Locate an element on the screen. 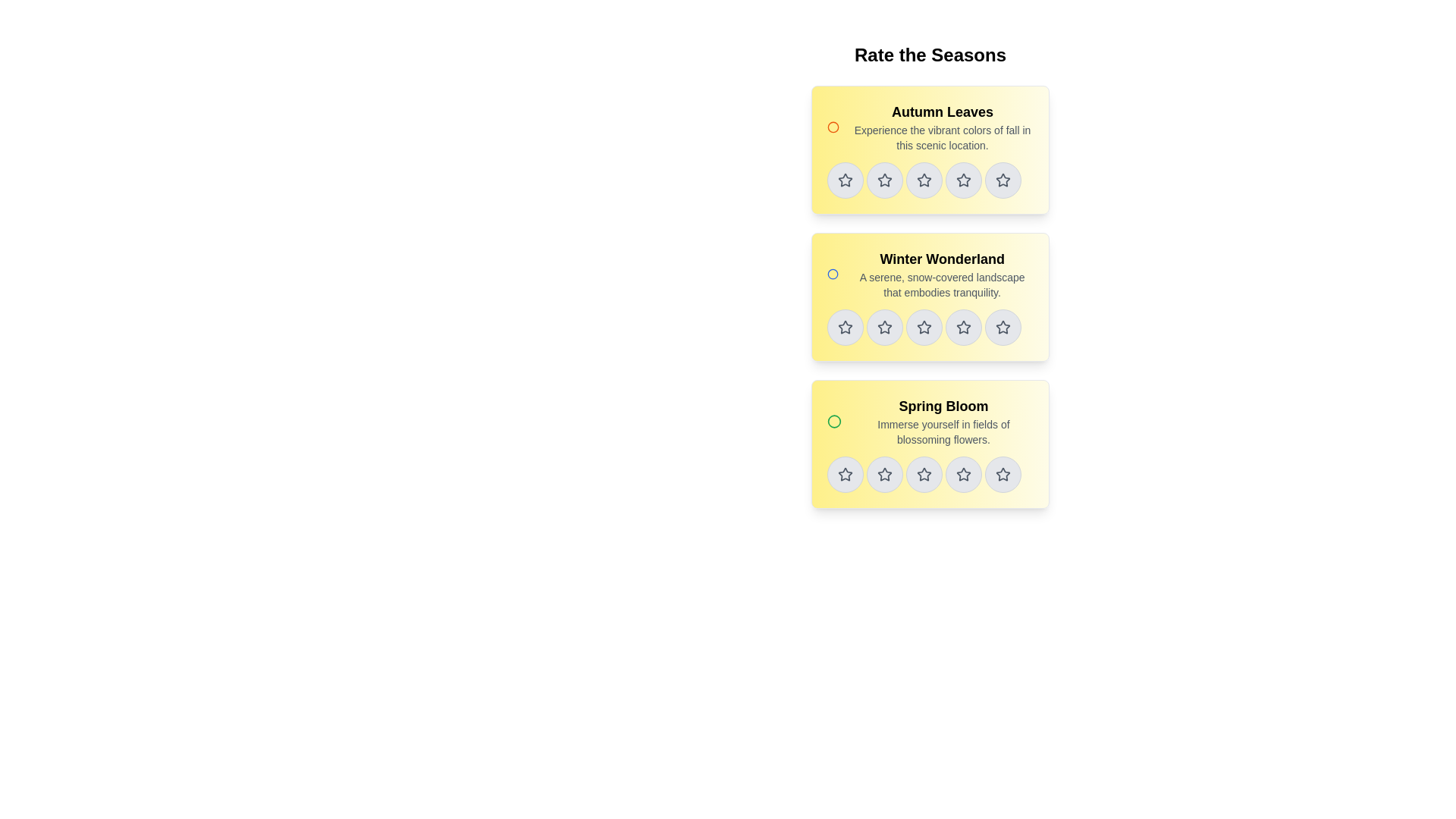  the circular button with a light gray background and dark gray outlined star icon, located in the 'Autumn Leaves' rating section for keyboard interaction is located at coordinates (844, 180).